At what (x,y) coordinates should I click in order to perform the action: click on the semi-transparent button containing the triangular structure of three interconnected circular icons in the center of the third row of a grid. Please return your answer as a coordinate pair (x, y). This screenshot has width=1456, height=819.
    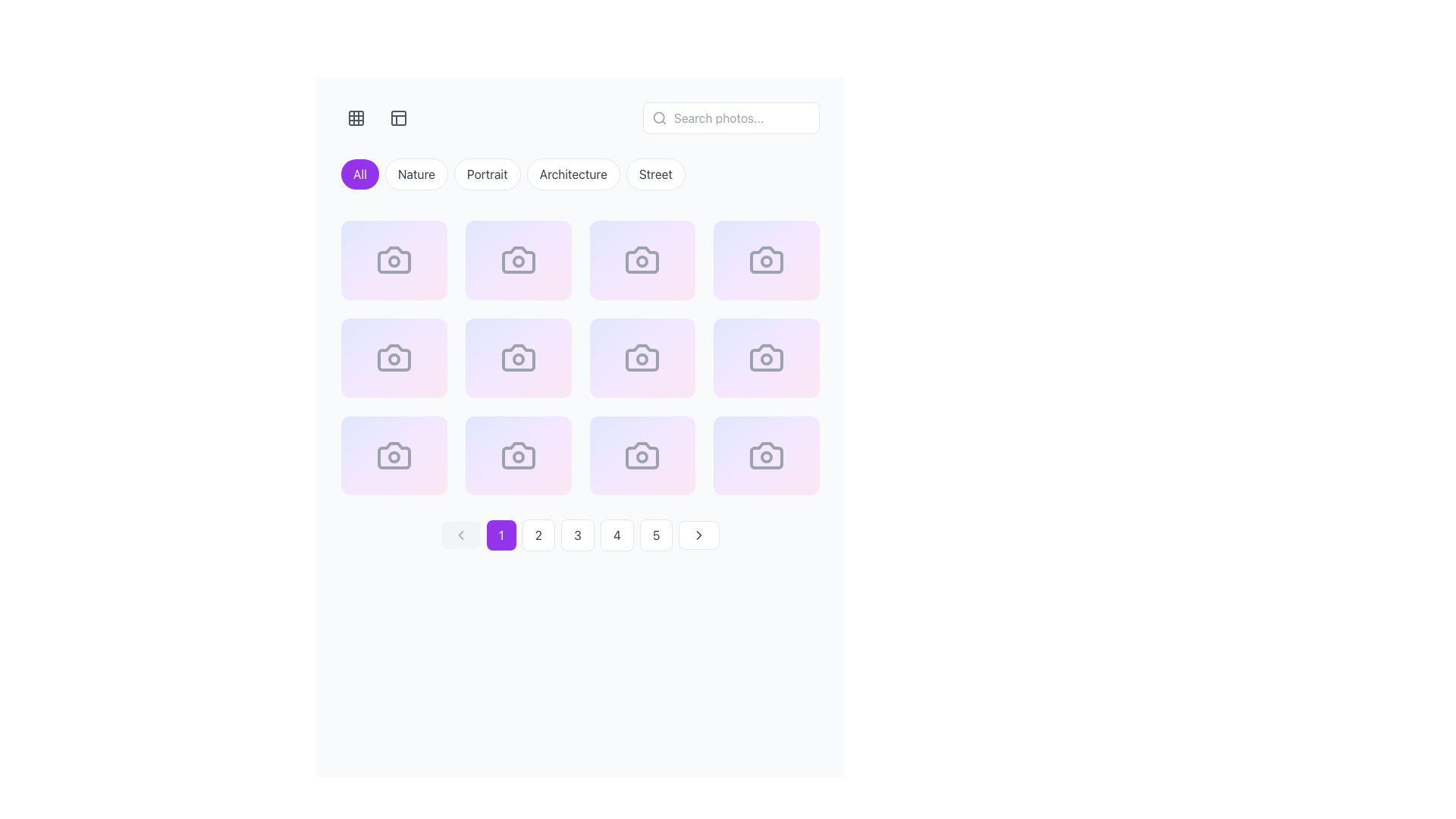
    Looking at the image, I should click on (525, 372).